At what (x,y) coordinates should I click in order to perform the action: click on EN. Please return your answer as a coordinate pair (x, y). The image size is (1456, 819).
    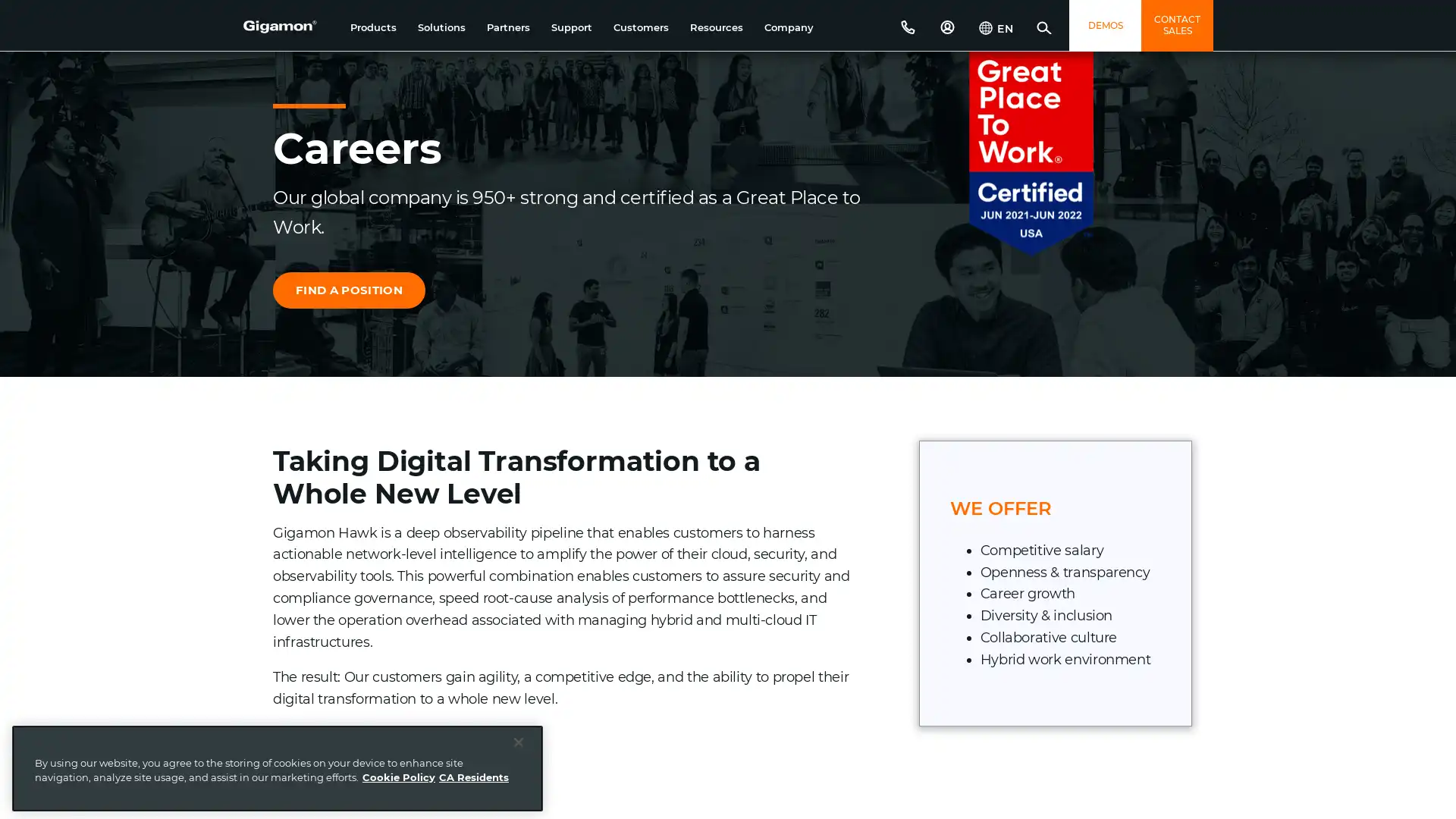
    Looking at the image, I should click on (996, 30).